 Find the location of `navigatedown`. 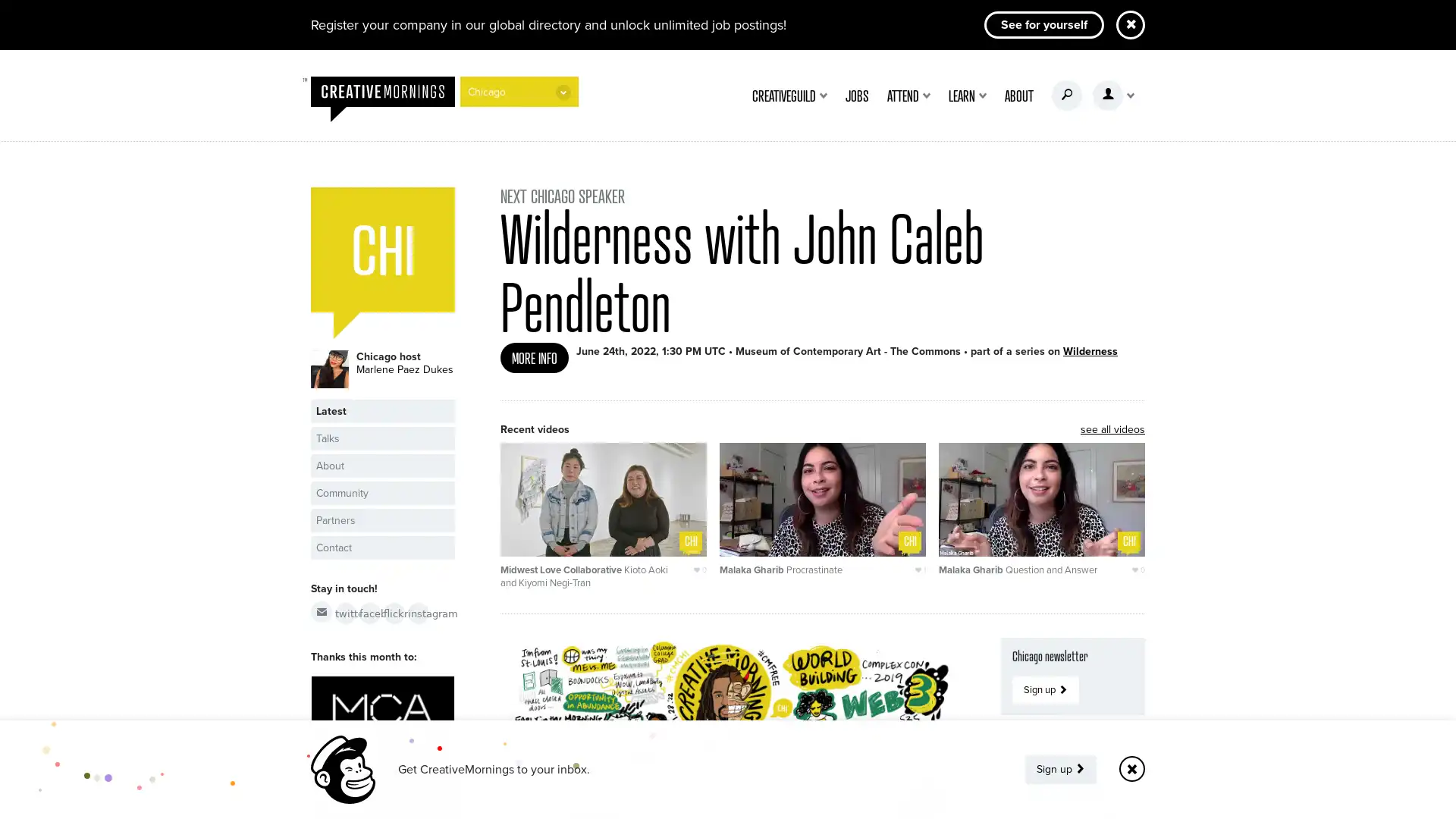

navigatedown is located at coordinates (563, 91).